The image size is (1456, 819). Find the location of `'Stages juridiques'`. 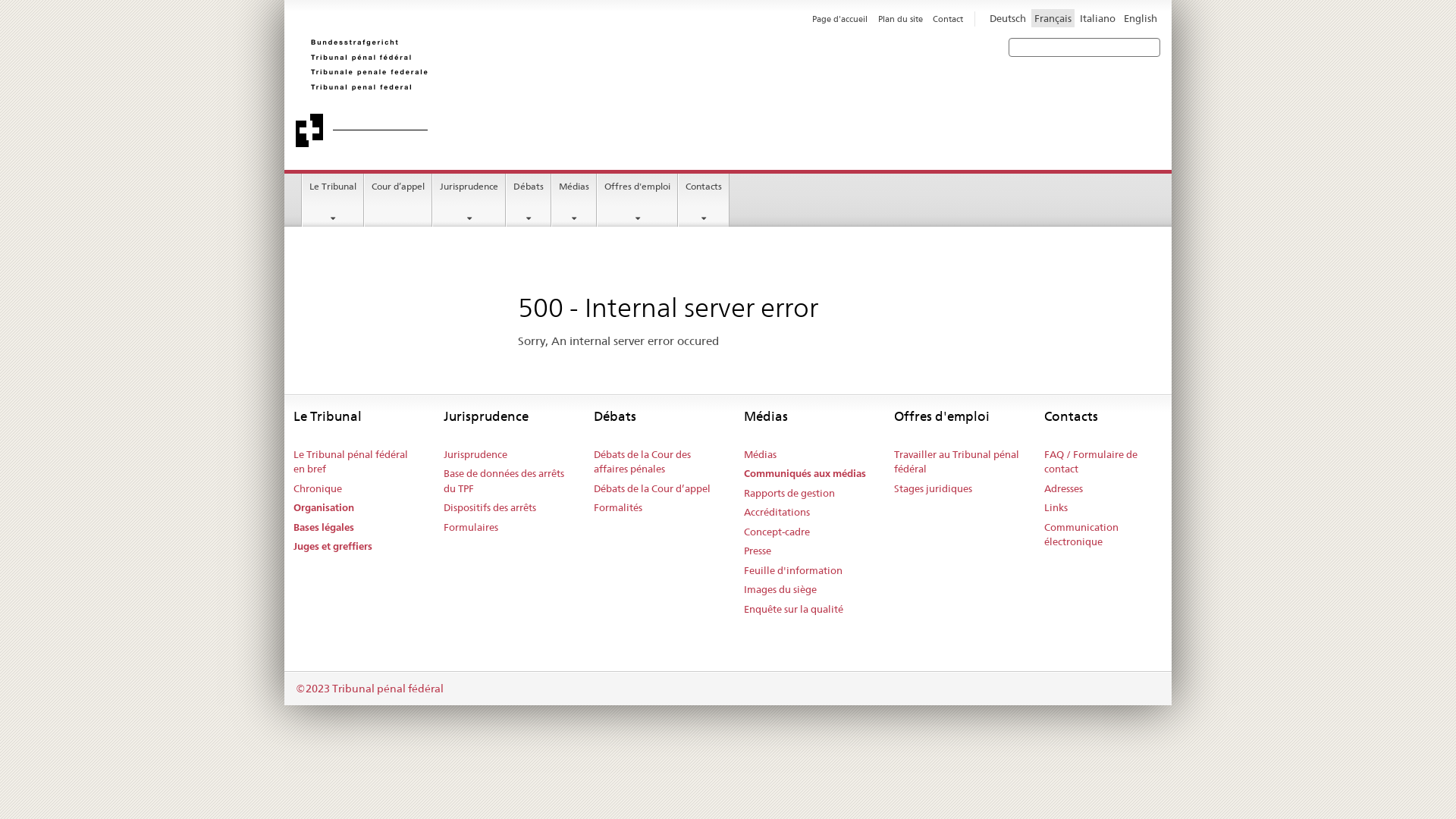

'Stages juridiques' is located at coordinates (932, 488).